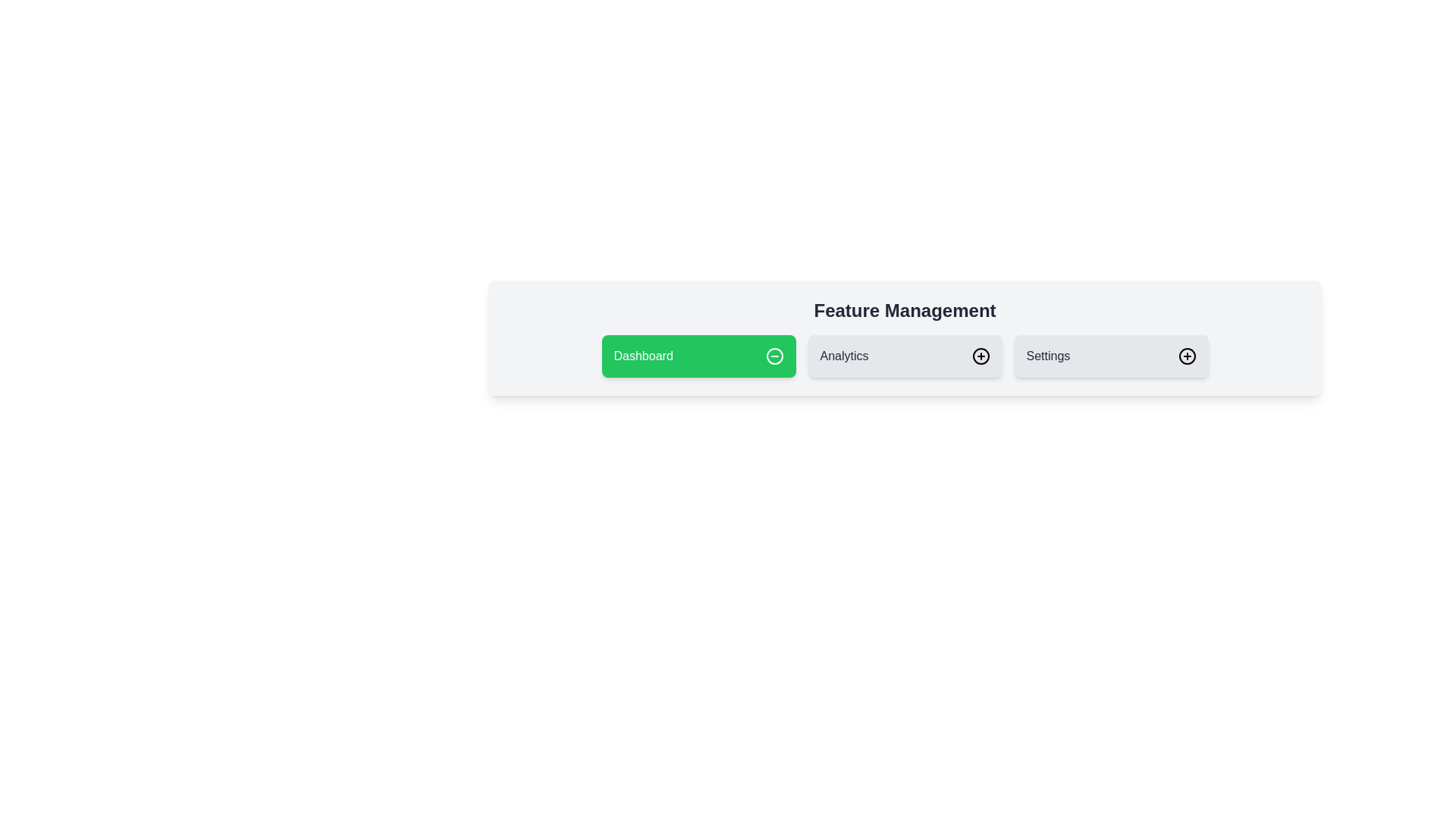  What do you see at coordinates (698, 356) in the screenshot?
I see `the green rectangular button labeled 'Dashboard'` at bounding box center [698, 356].